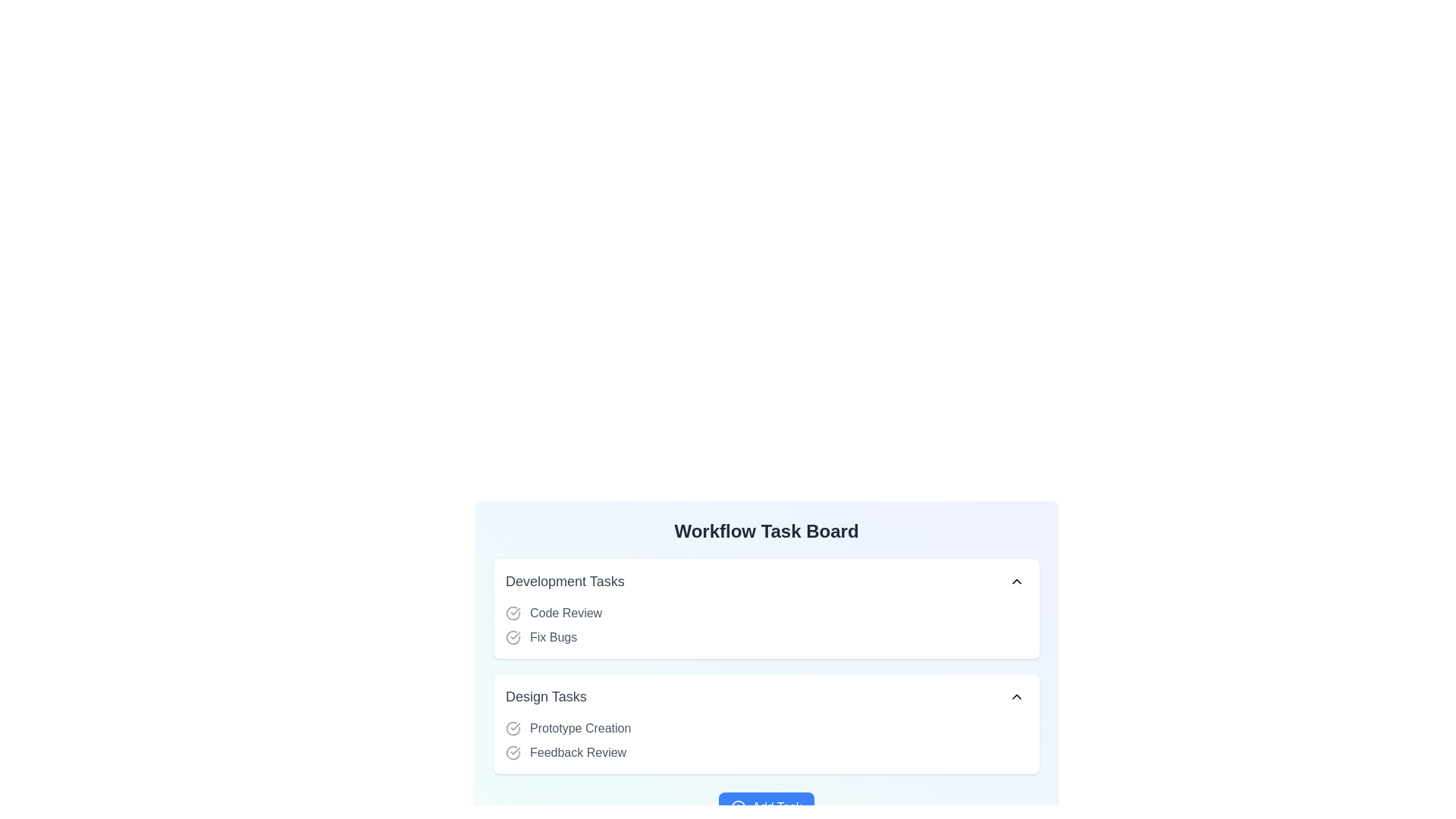 Image resolution: width=1456 pixels, height=819 pixels. Describe the element at coordinates (513, 727) in the screenshot. I see `the circular icon with a light-colored borderline and hollow center located to the left of the text 'Prototype Creation' in the 'Design Tasks' section` at that location.